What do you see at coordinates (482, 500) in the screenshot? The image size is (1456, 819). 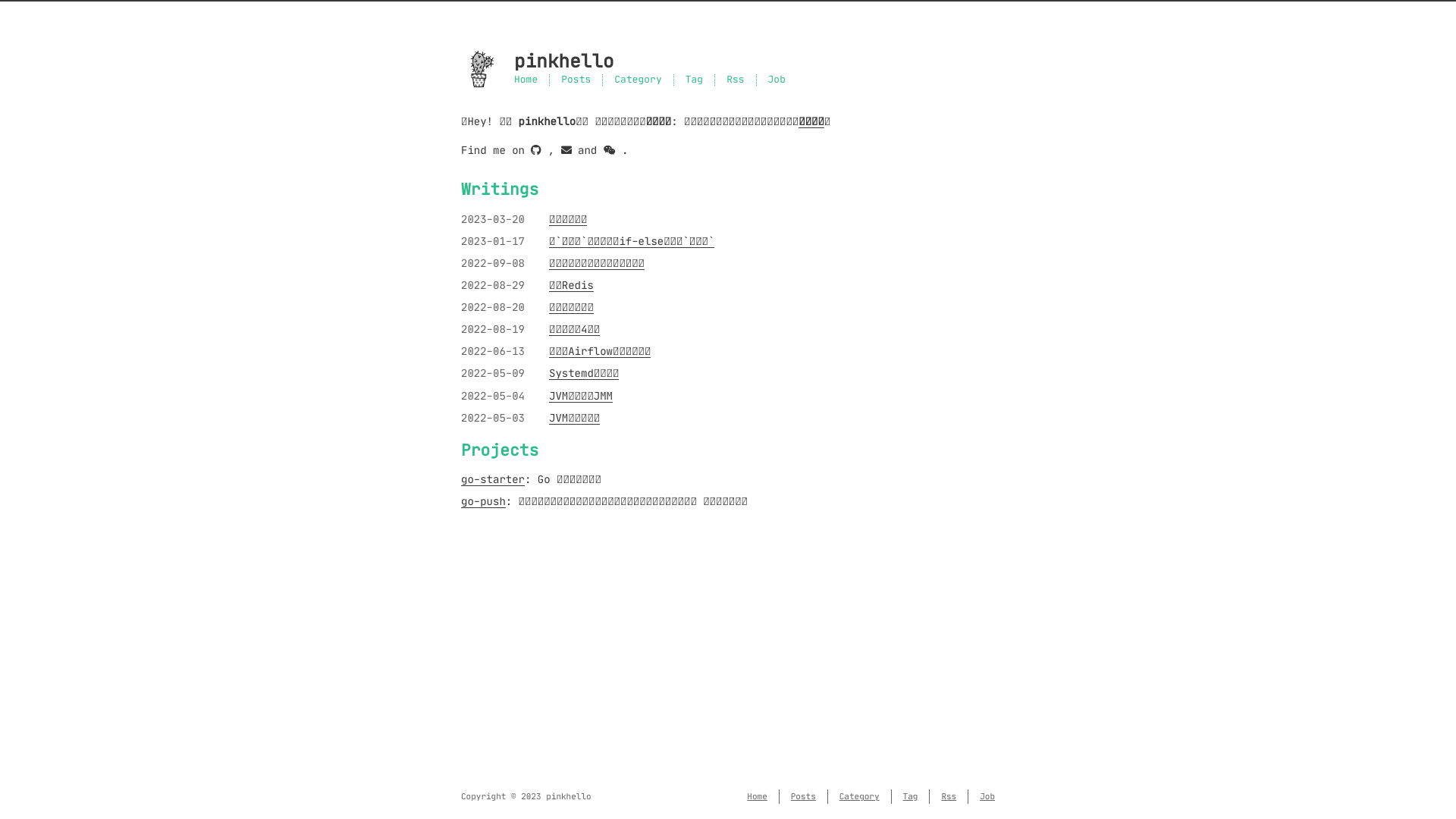 I see `'go-push'` at bounding box center [482, 500].